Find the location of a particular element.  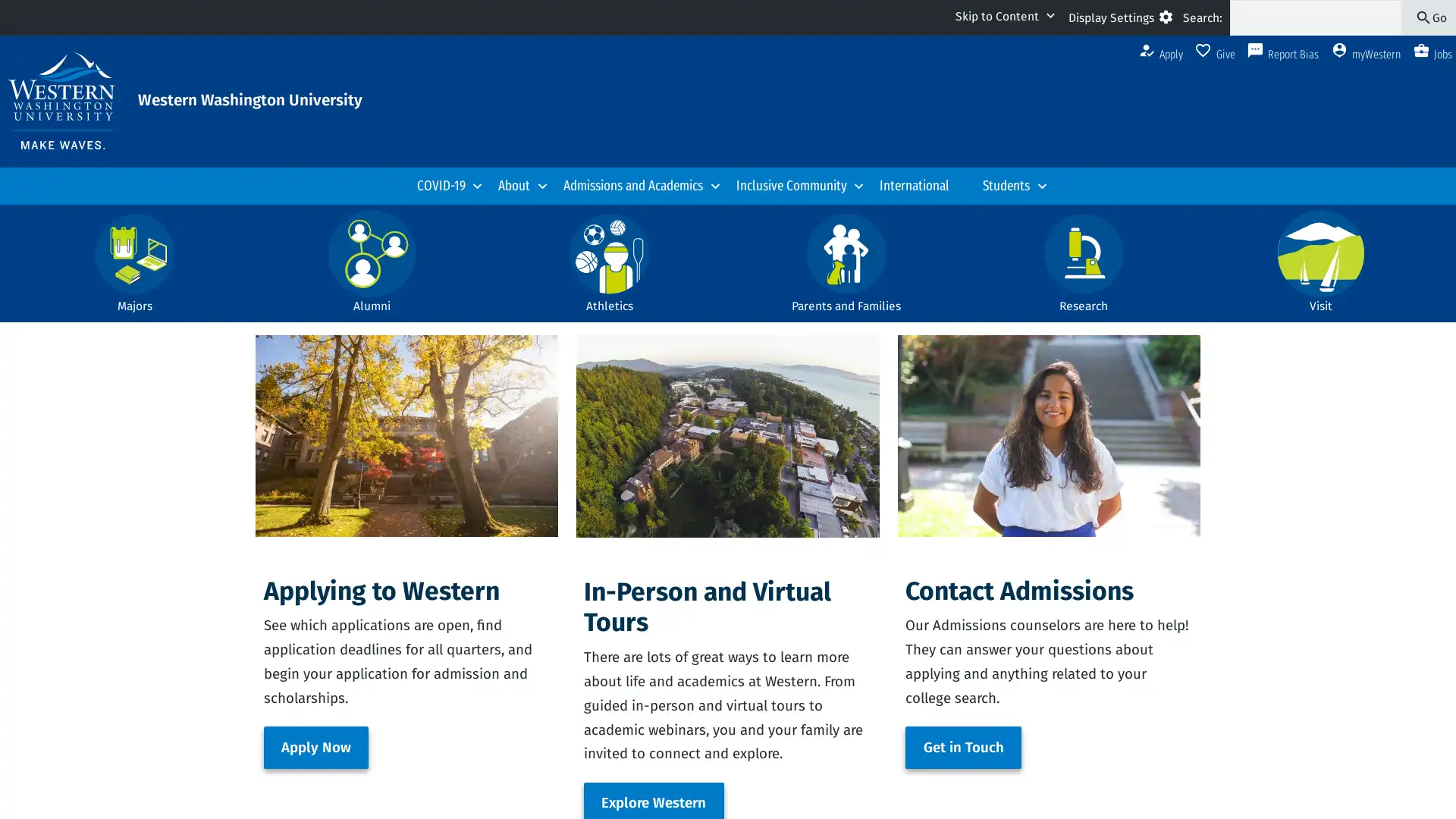

Students is located at coordinates (1011, 185).